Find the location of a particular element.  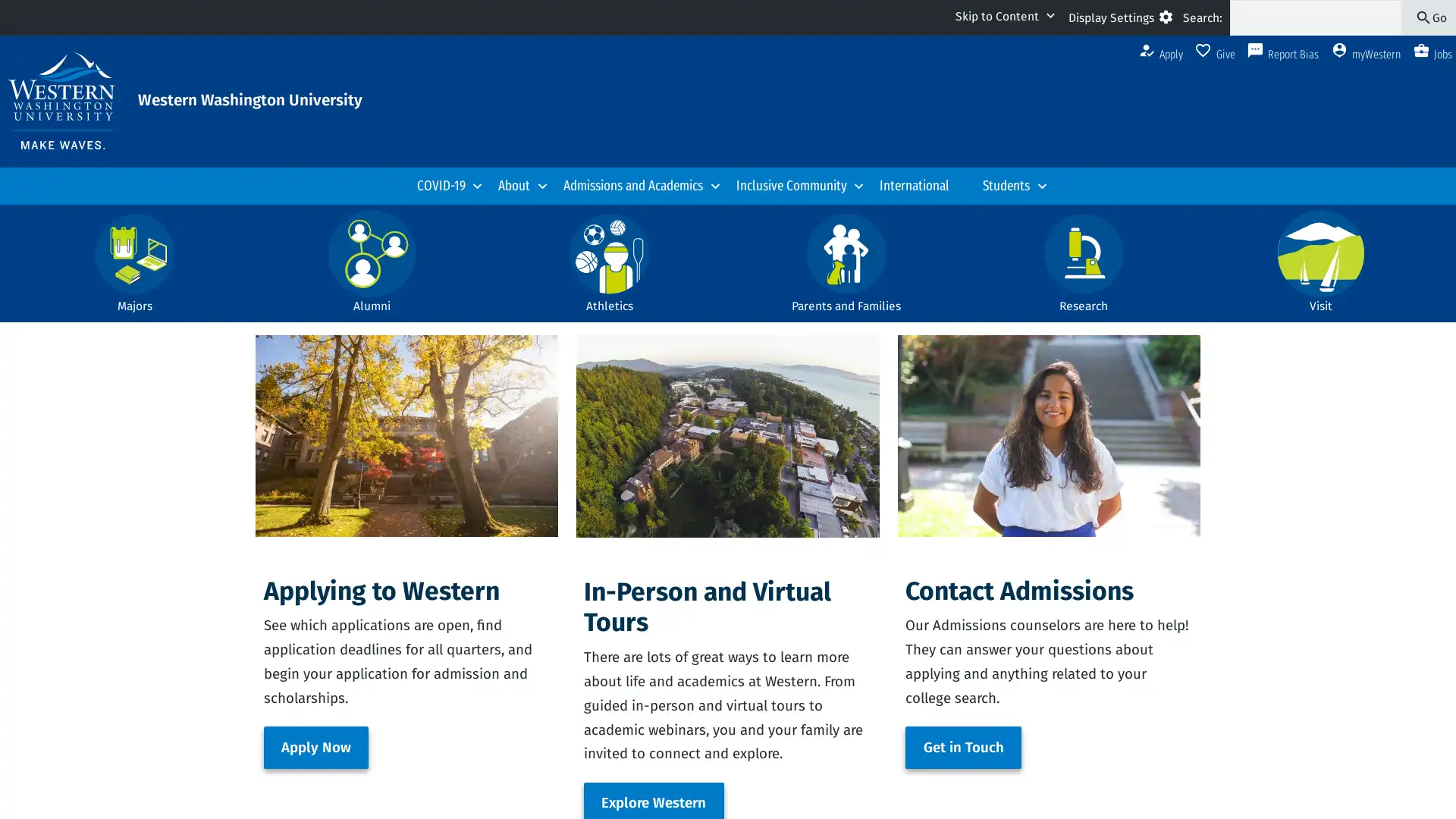

Students is located at coordinates (1011, 185).